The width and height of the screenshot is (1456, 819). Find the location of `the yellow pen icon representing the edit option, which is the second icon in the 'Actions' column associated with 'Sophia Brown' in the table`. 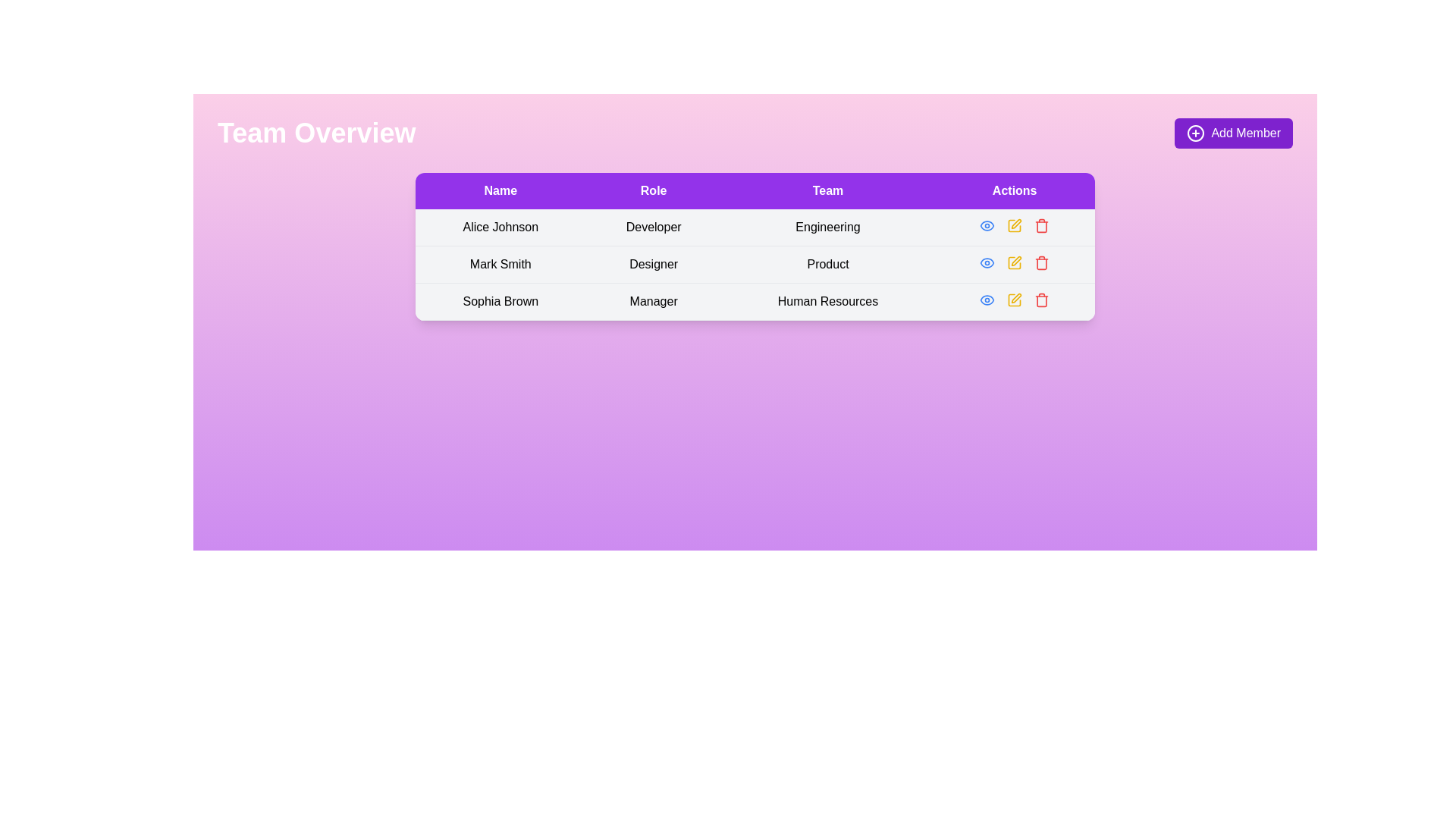

the yellow pen icon representing the edit option, which is the second icon in the 'Actions' column associated with 'Sophia Brown' in the table is located at coordinates (1016, 298).